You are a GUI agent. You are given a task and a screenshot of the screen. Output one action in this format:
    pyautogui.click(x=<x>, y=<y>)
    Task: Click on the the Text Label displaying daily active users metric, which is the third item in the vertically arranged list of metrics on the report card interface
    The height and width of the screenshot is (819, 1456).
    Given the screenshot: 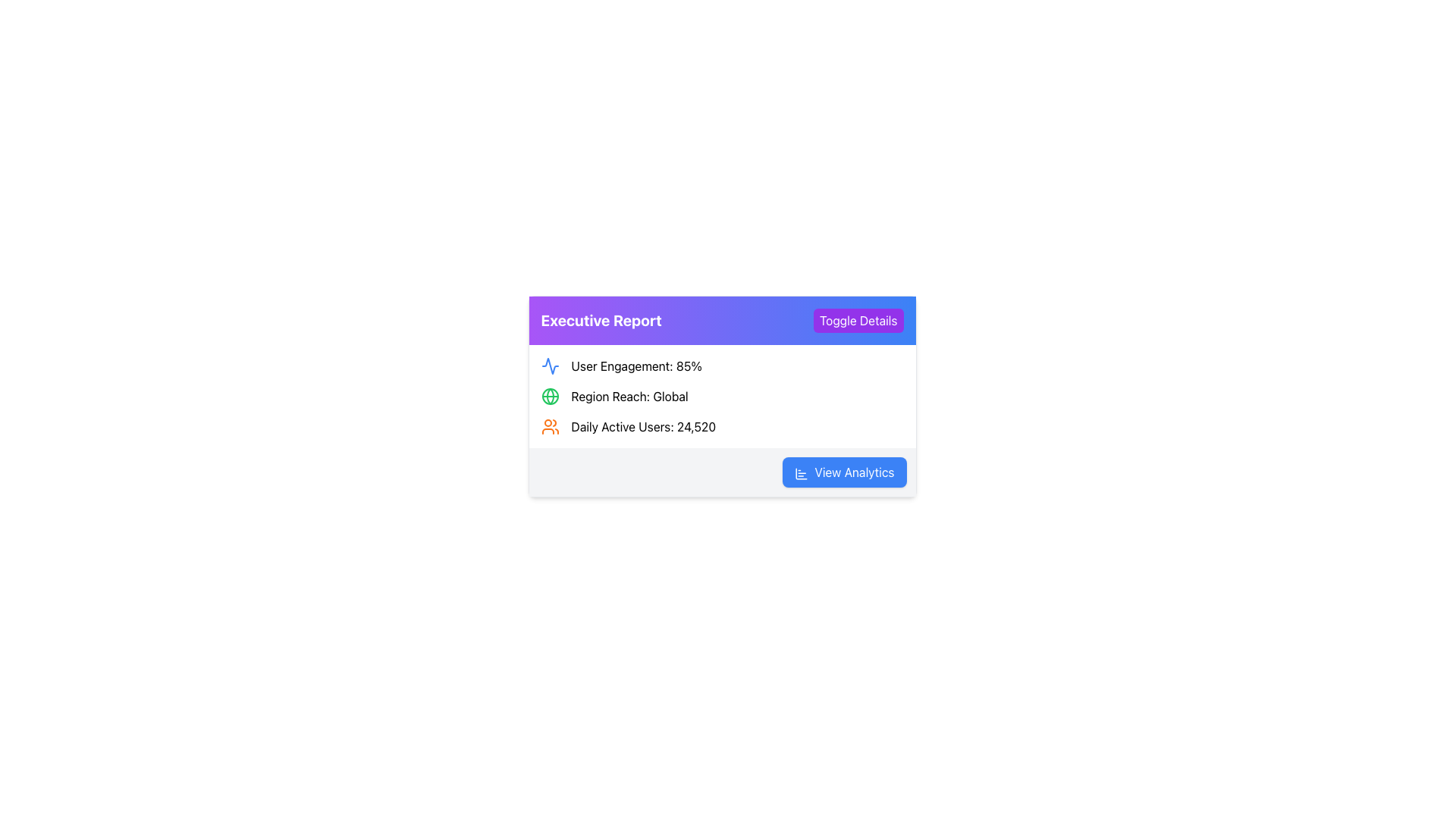 What is the action you would take?
    pyautogui.click(x=643, y=427)
    